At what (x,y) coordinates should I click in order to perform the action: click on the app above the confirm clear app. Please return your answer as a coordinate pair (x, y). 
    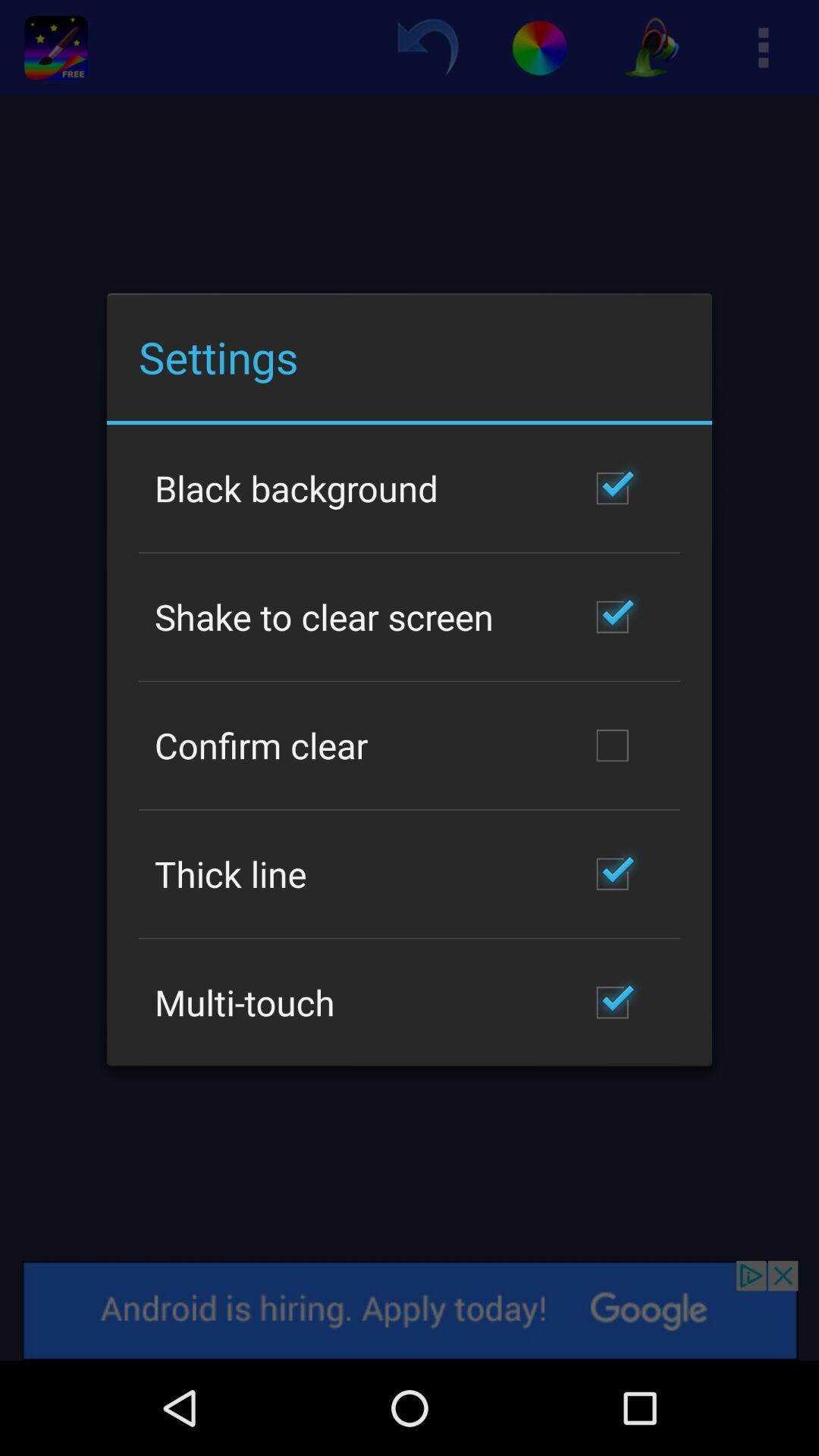
    Looking at the image, I should click on (323, 617).